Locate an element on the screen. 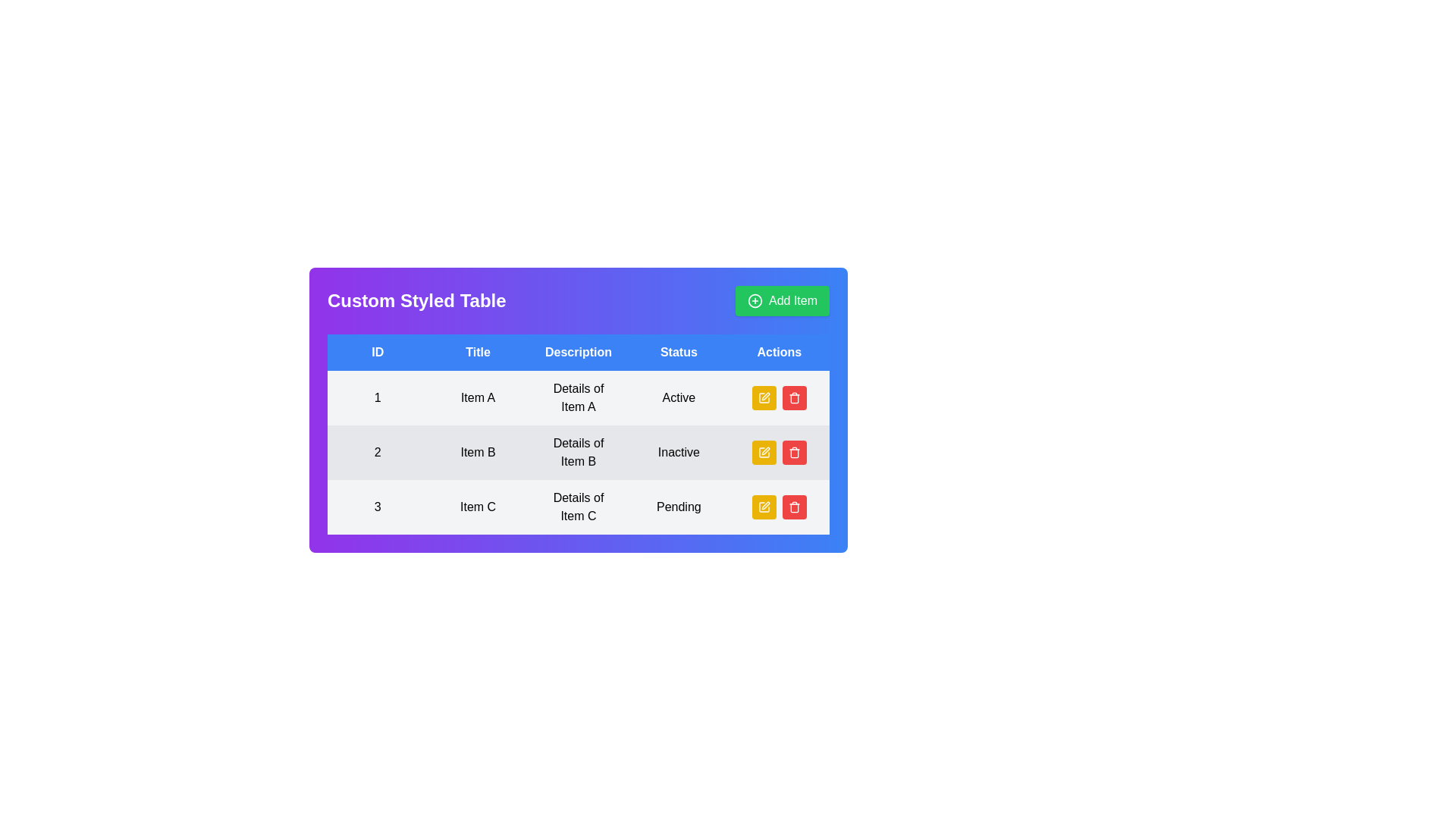  the edit button located in the 'Actions' column of the table for 'Item C' in the third row is located at coordinates (779, 507).